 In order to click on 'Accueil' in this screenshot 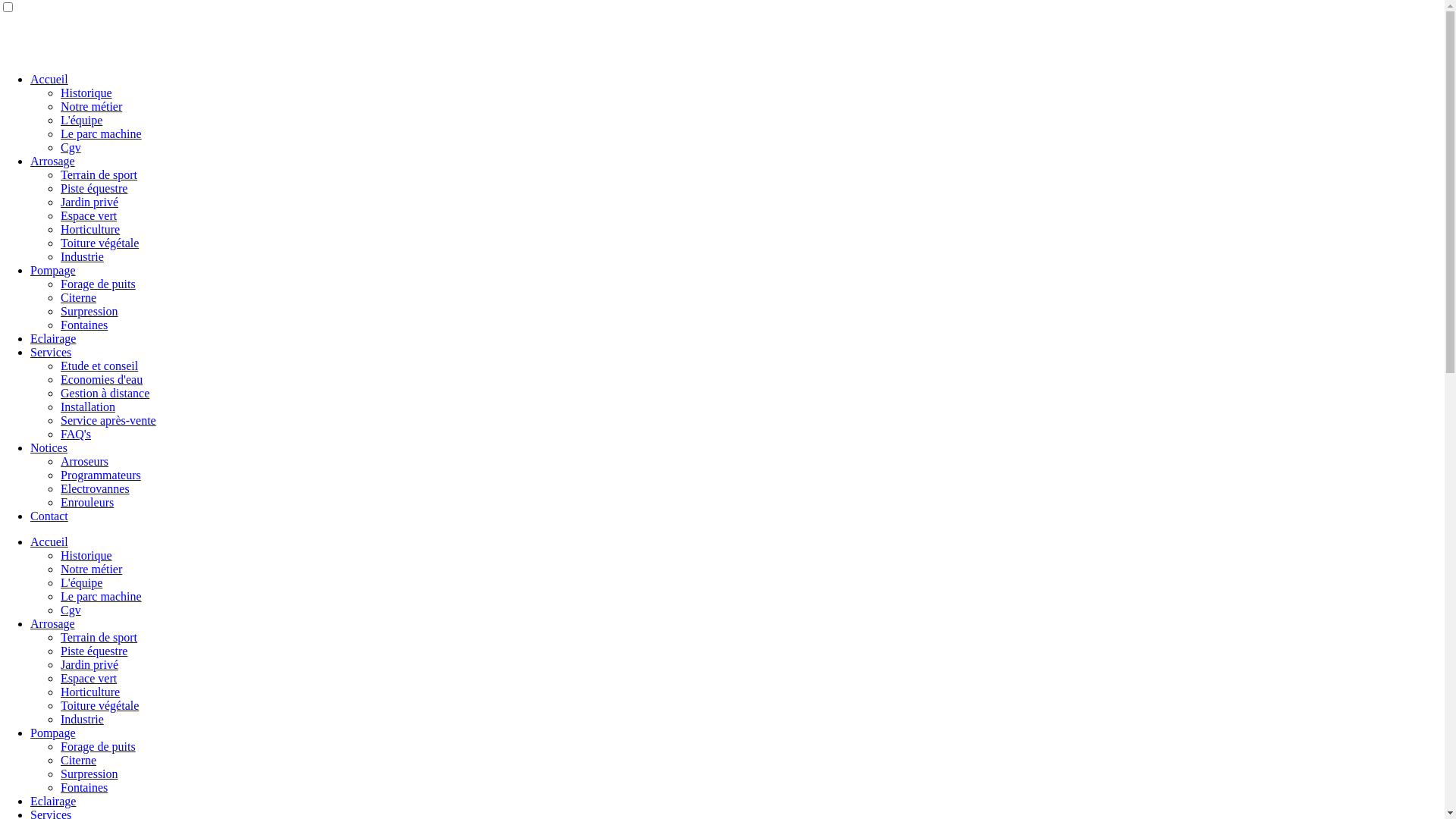, I will do `click(49, 79)`.